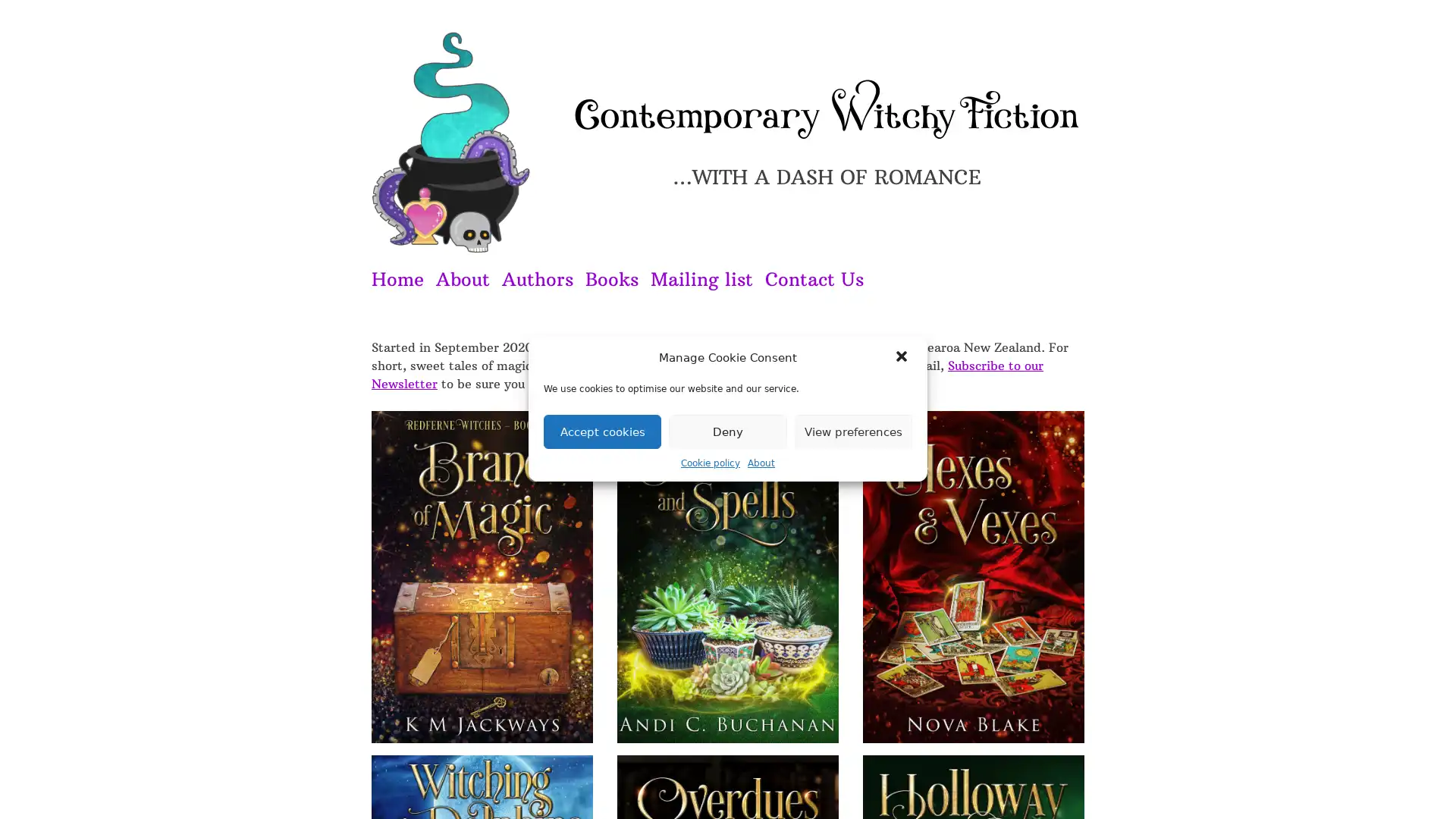 Image resolution: width=1456 pixels, height=819 pixels. Describe the element at coordinates (601, 431) in the screenshot. I see `Accept cookies` at that location.